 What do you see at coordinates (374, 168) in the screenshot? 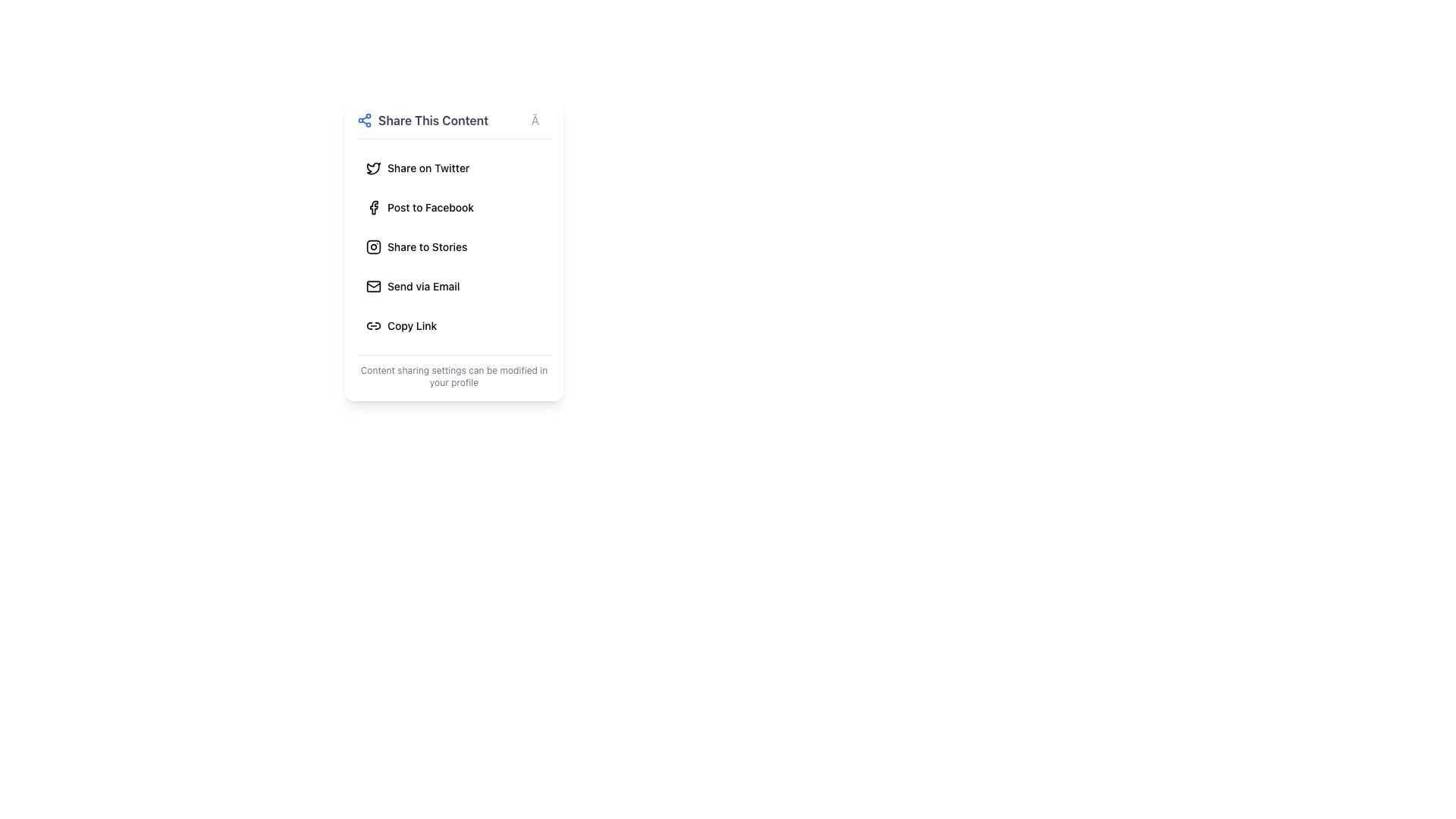
I see `the Twitter icon located to the left of the 'Share on Twitter' text in the share menu interface` at bounding box center [374, 168].